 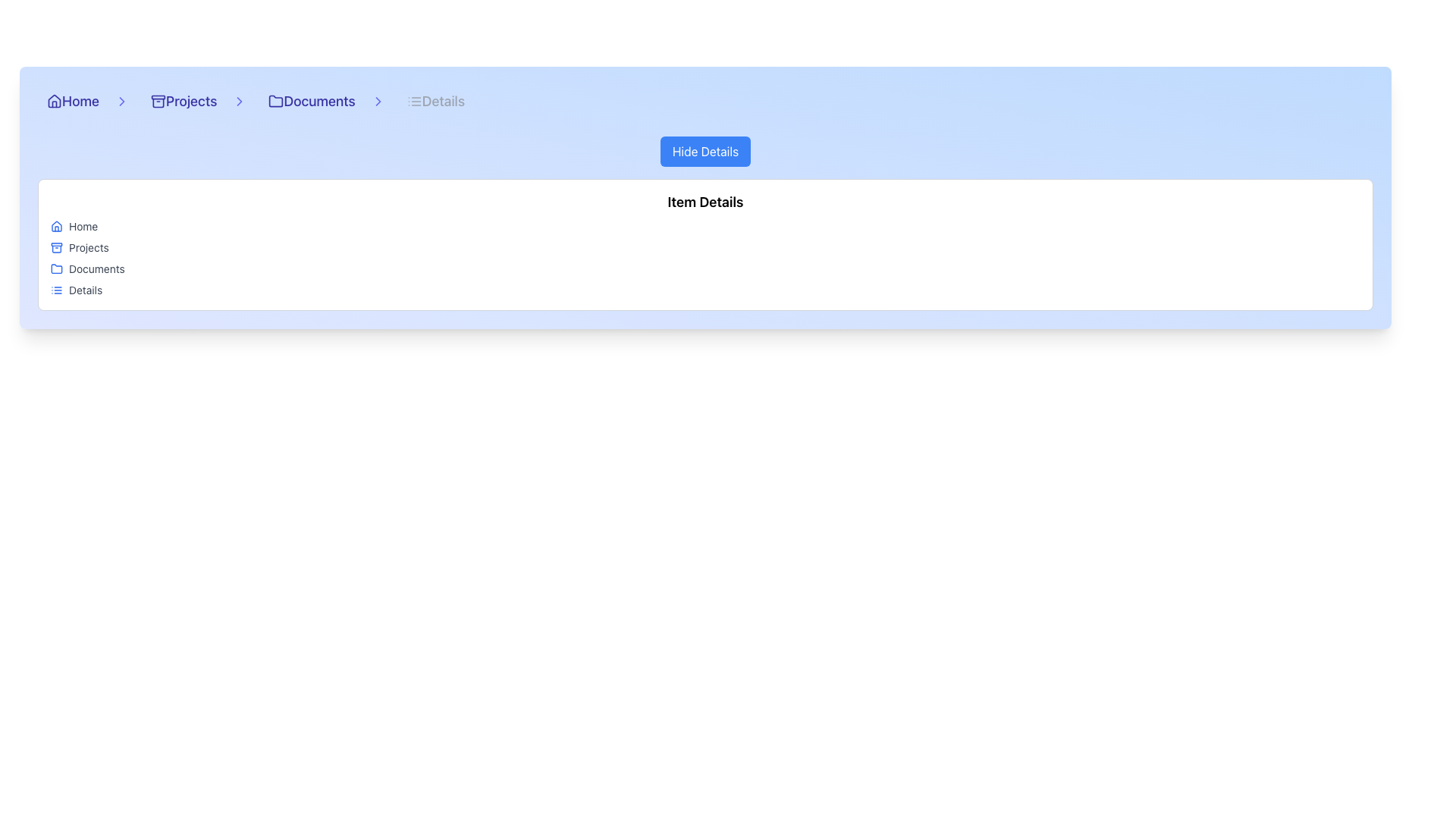 I want to click on text label 'Documents' which is styled in gray and positioned next to a blue folder icon in the vertical list, so click(x=96, y=268).